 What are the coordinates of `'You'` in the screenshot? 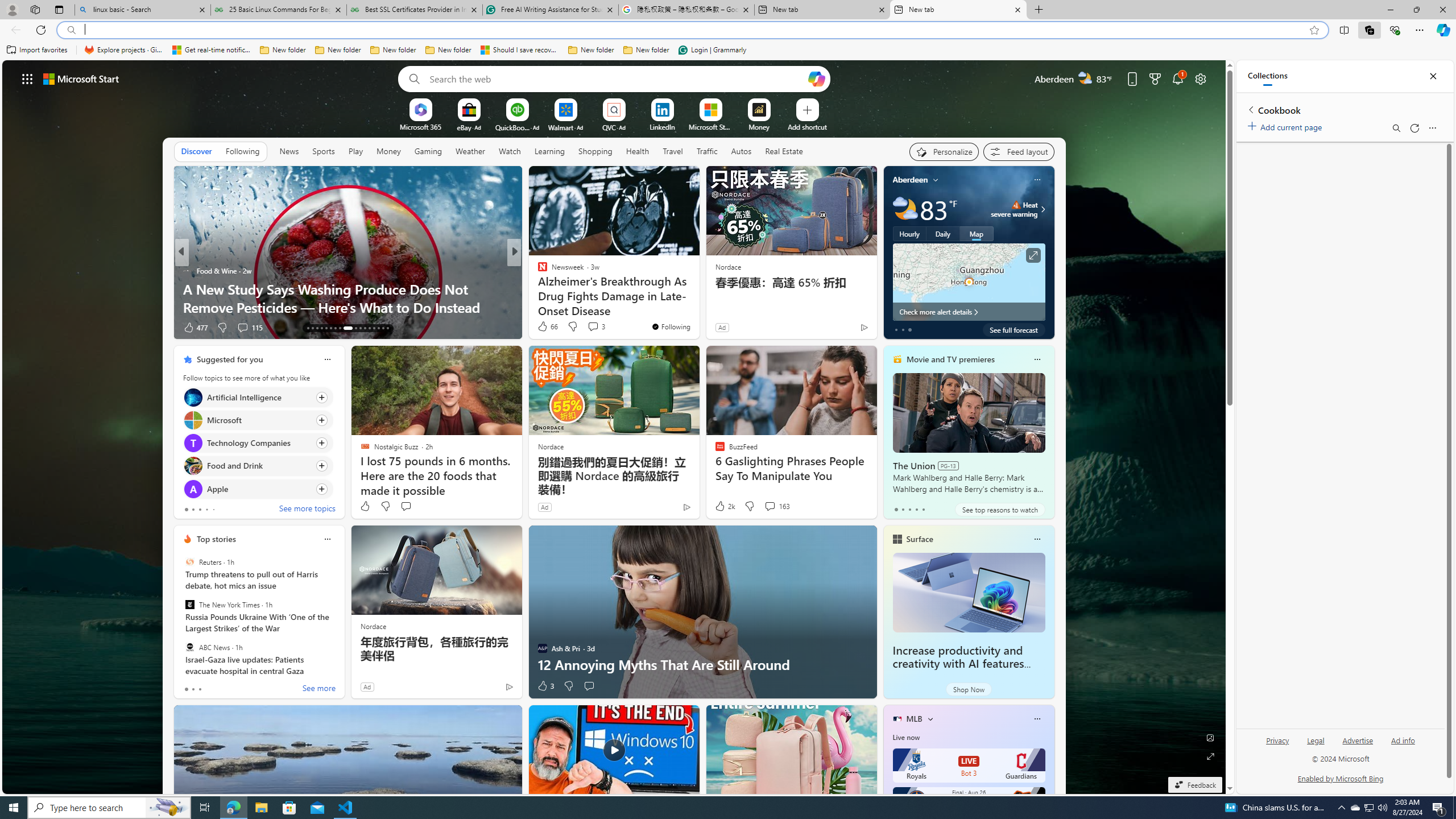 It's located at (671, 326).